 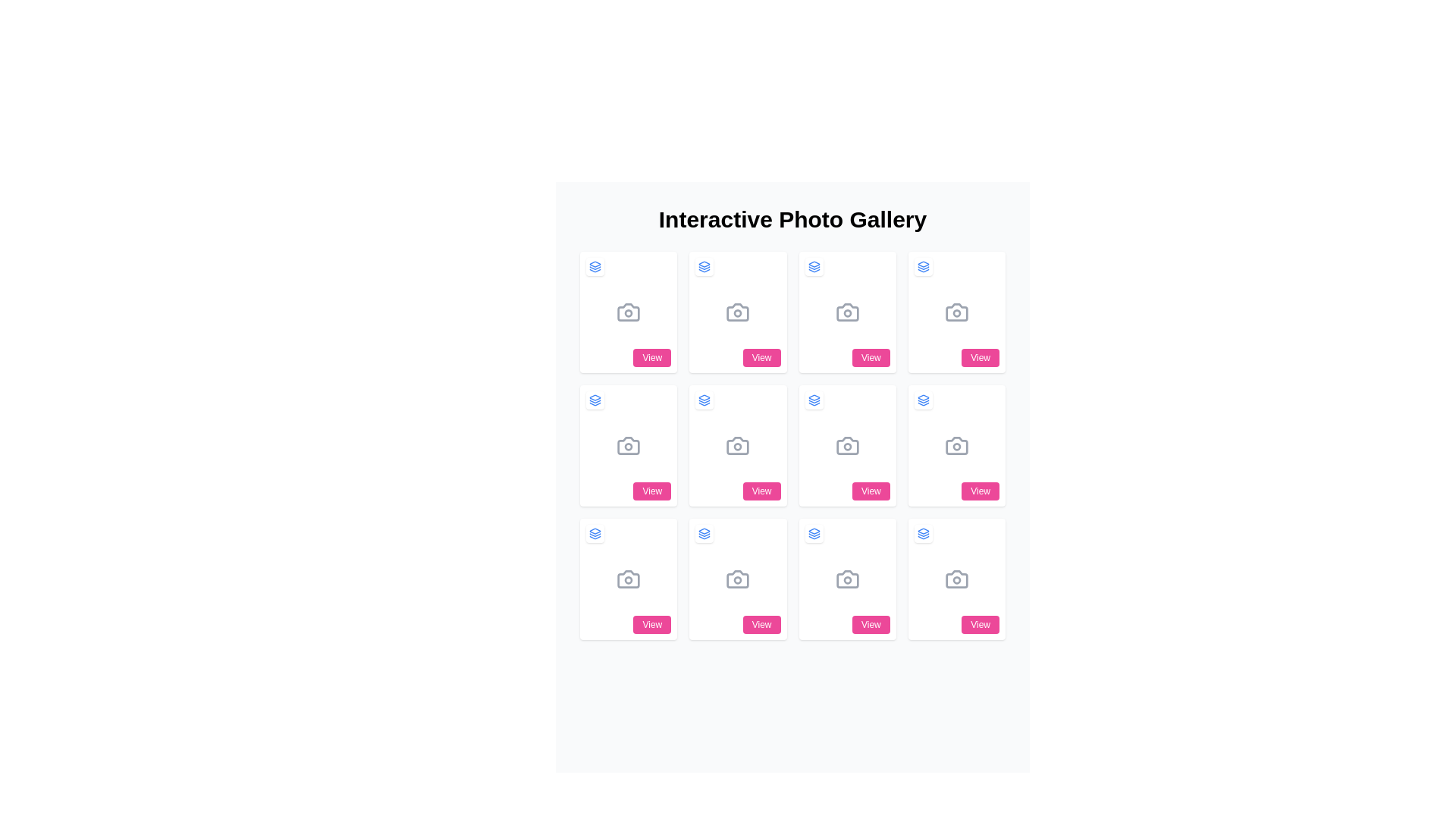 I want to click on the rectangular 'View' button with a pink background and white text, so click(x=981, y=357).